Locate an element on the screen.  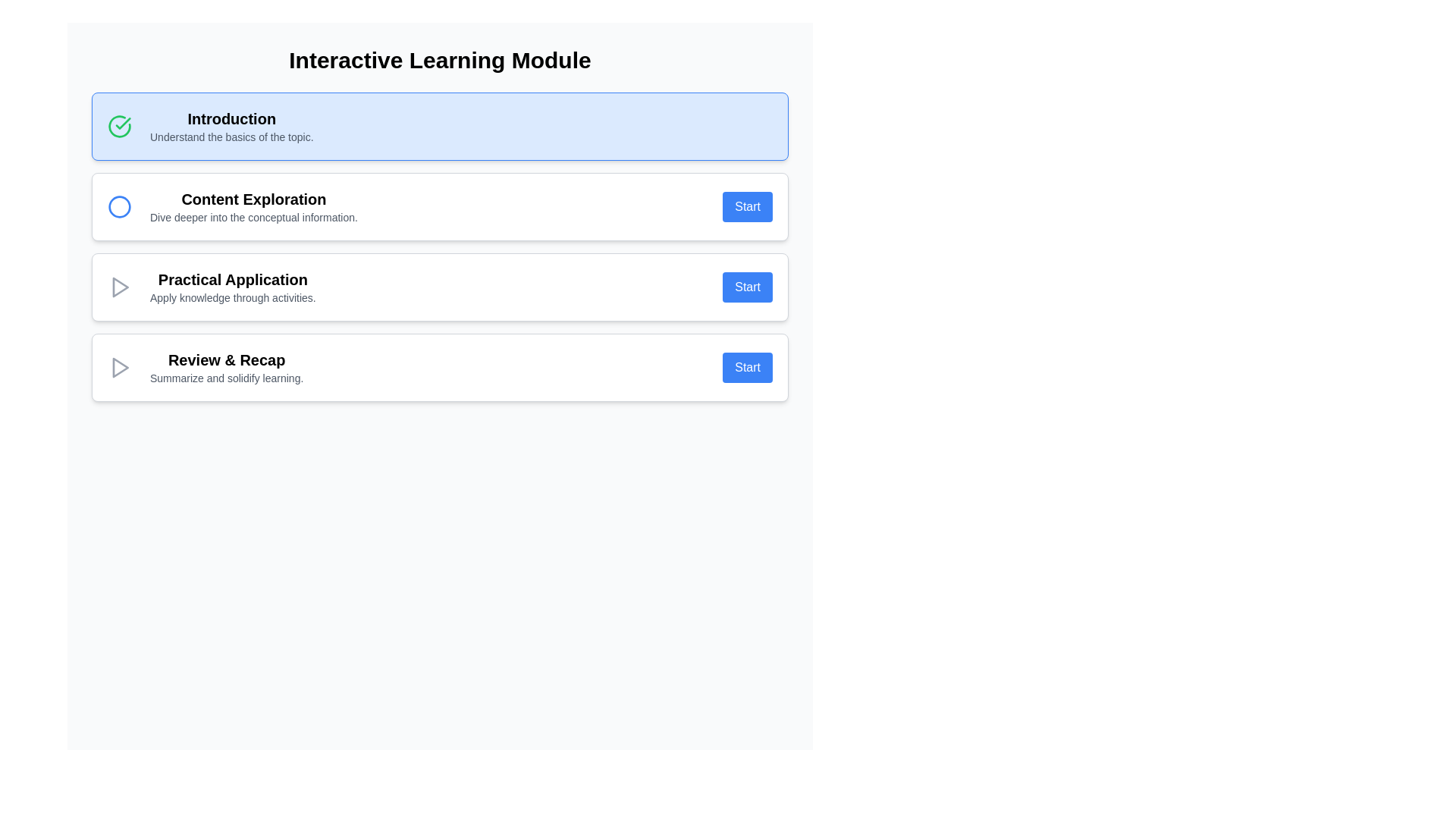
the circular SVG graphic icon with a blue-colored border located next to the 'Content Exploration' section is located at coordinates (119, 207).